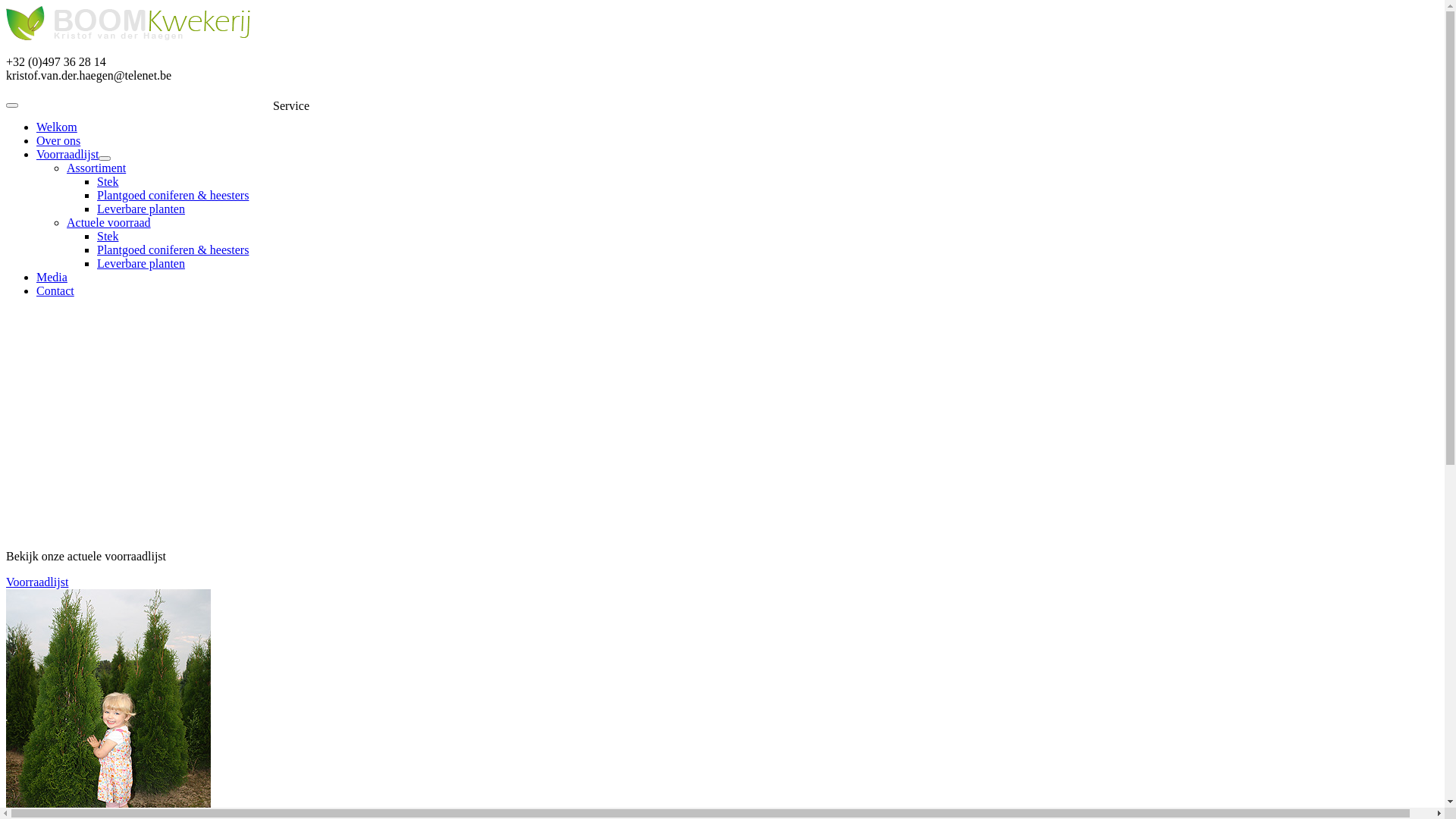  What do you see at coordinates (141, 209) in the screenshot?
I see `'Leverbare planten'` at bounding box center [141, 209].